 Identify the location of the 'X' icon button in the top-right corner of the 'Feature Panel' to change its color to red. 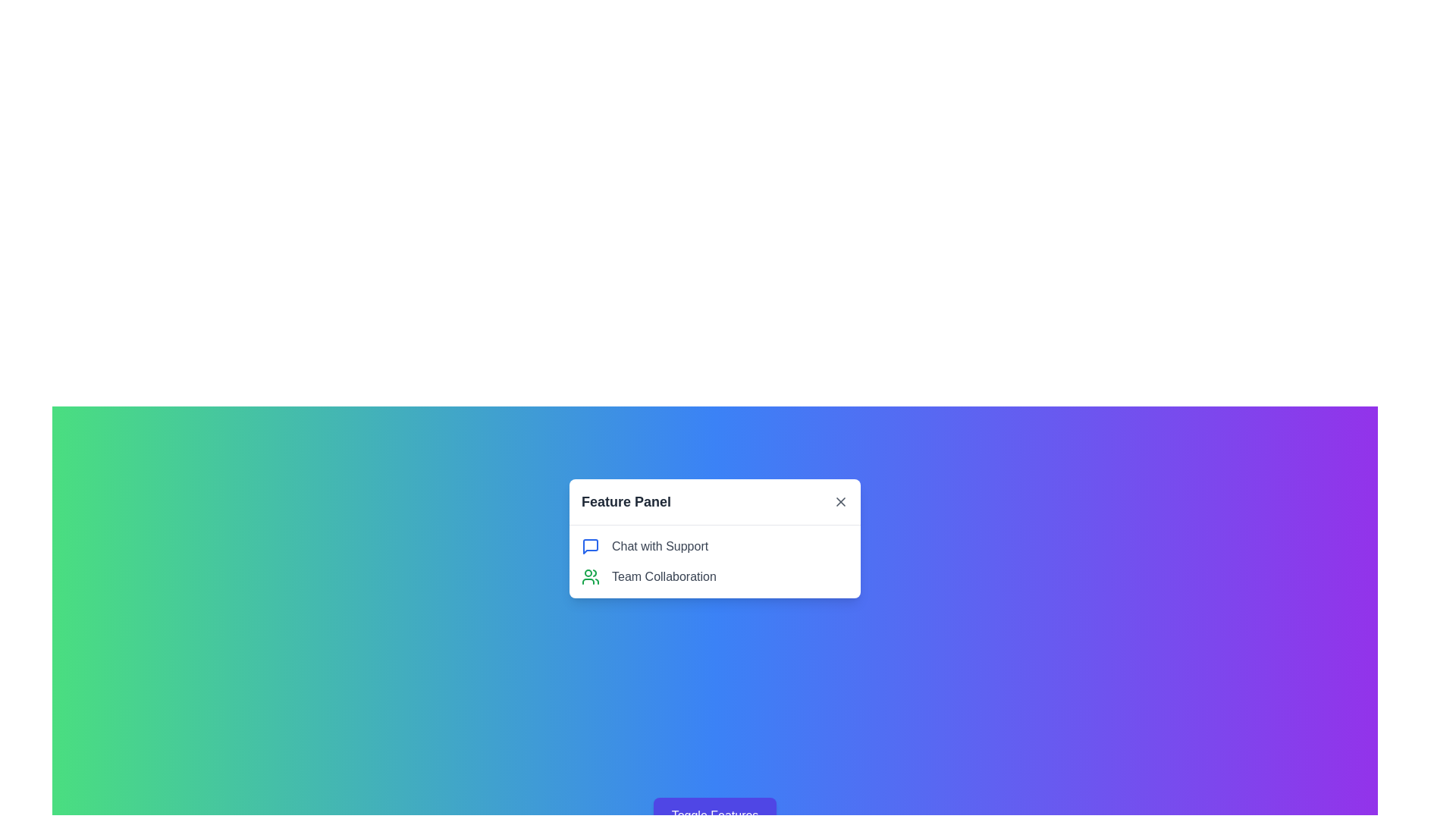
(839, 502).